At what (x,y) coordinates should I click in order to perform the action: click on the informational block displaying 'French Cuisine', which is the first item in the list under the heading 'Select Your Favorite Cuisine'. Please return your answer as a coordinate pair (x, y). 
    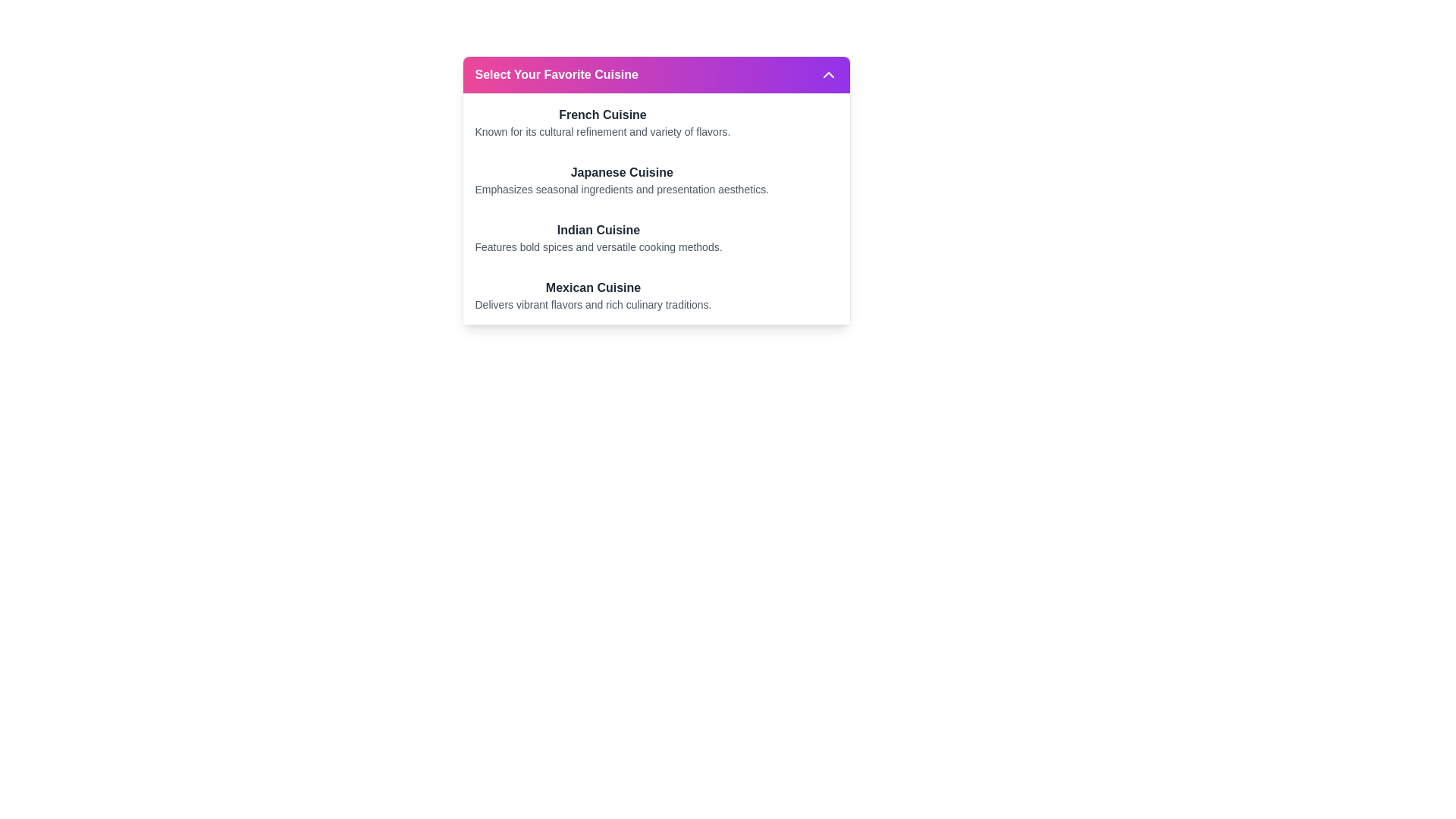
    Looking at the image, I should click on (656, 122).